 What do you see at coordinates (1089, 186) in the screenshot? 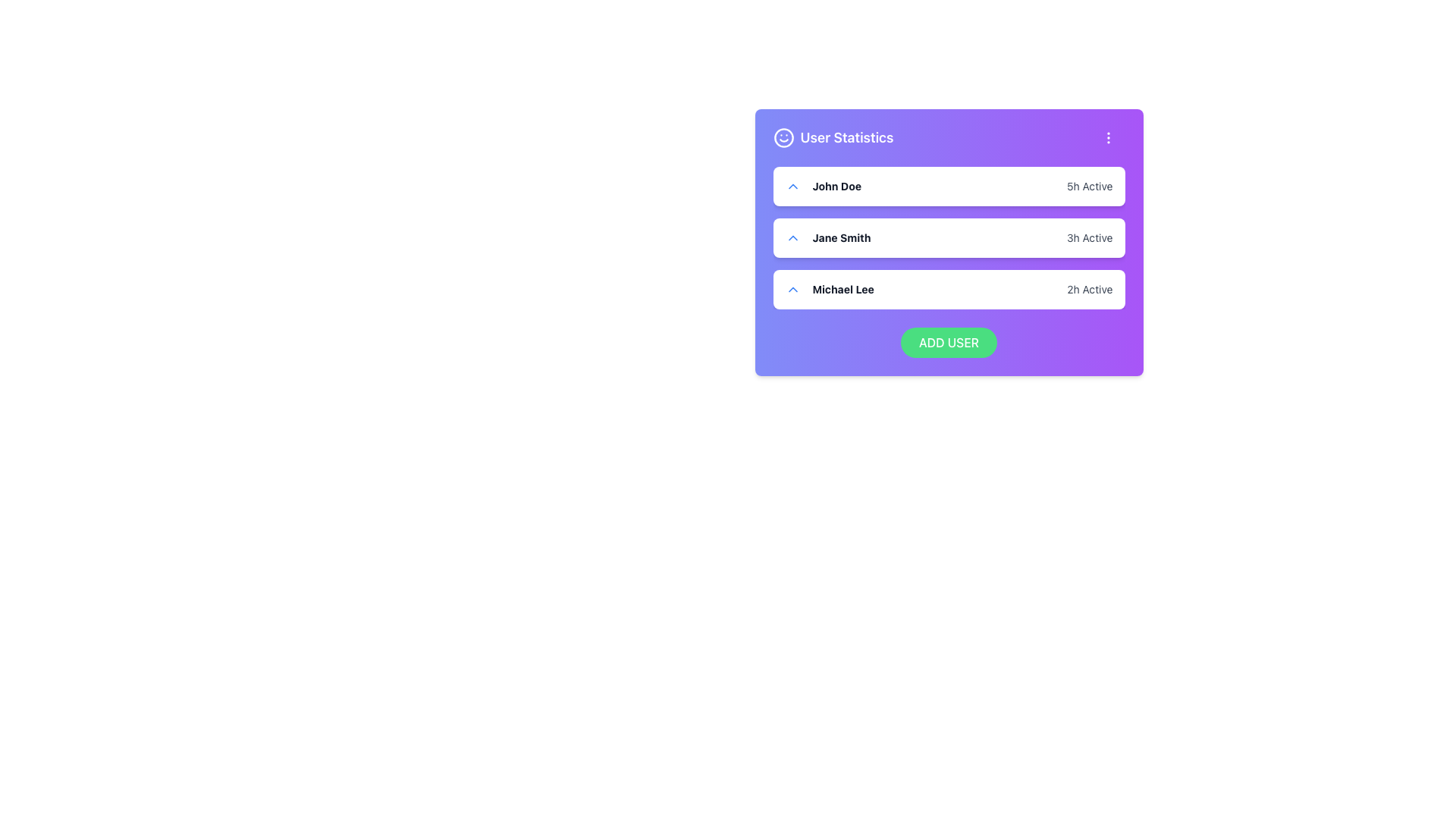
I see `activity status text label indicating the duration since the last activity for 'John Doe', located on the right side of the user details panel` at bounding box center [1089, 186].